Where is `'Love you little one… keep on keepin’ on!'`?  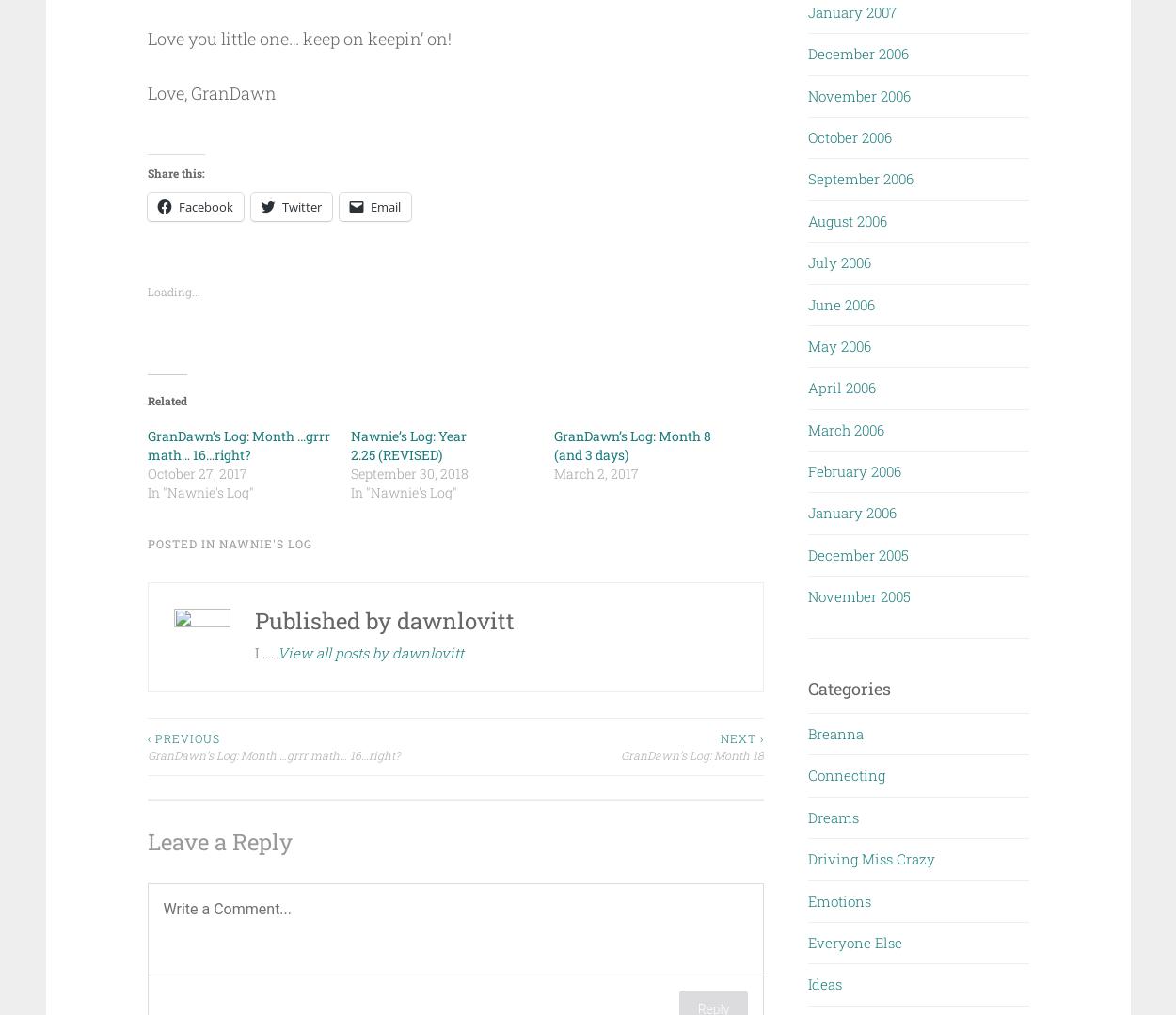
'Love you little one… keep on keepin’ on!' is located at coordinates (297, 38).